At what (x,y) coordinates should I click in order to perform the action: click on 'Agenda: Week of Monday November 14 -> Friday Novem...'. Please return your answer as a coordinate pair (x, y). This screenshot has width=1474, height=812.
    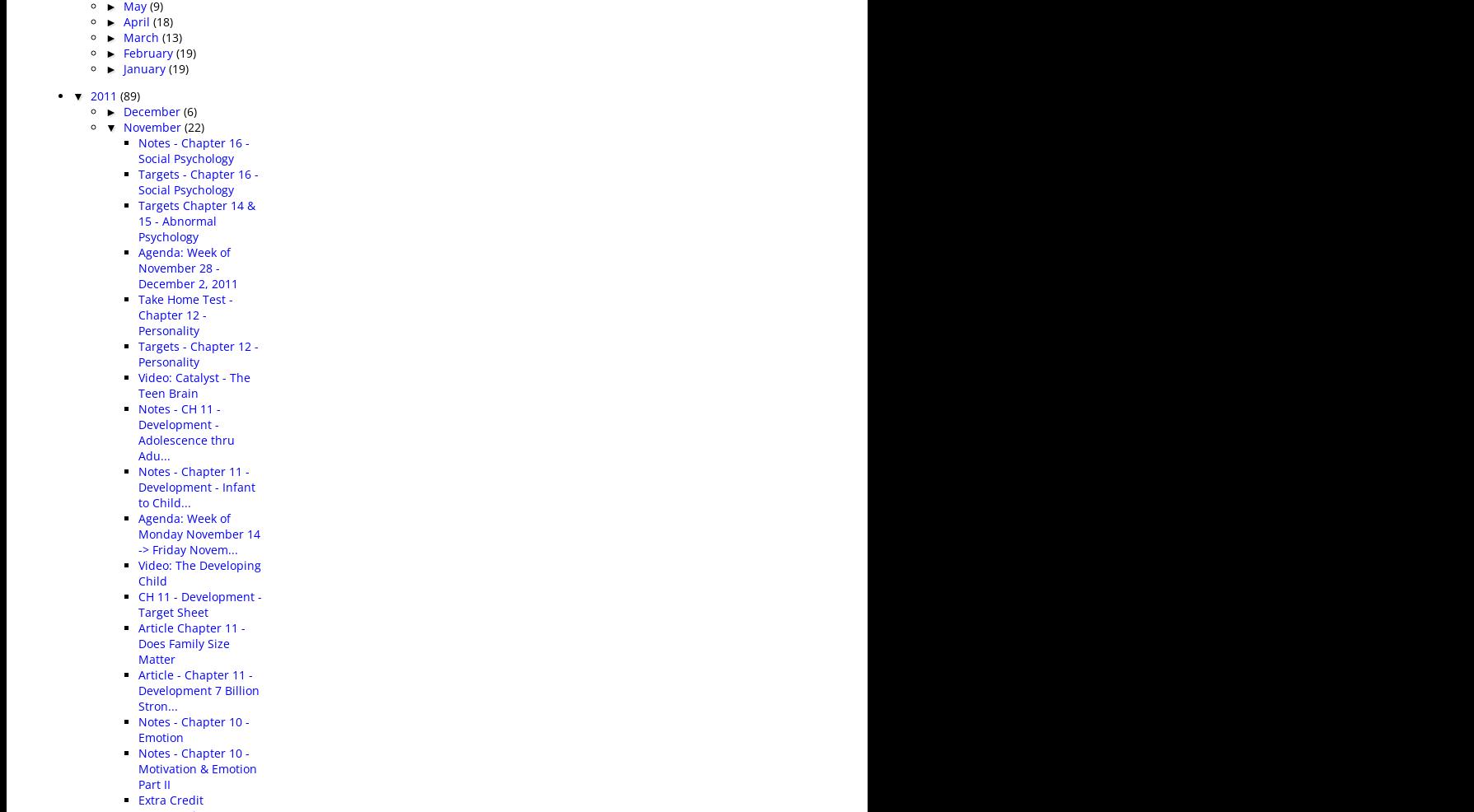
    Looking at the image, I should click on (138, 533).